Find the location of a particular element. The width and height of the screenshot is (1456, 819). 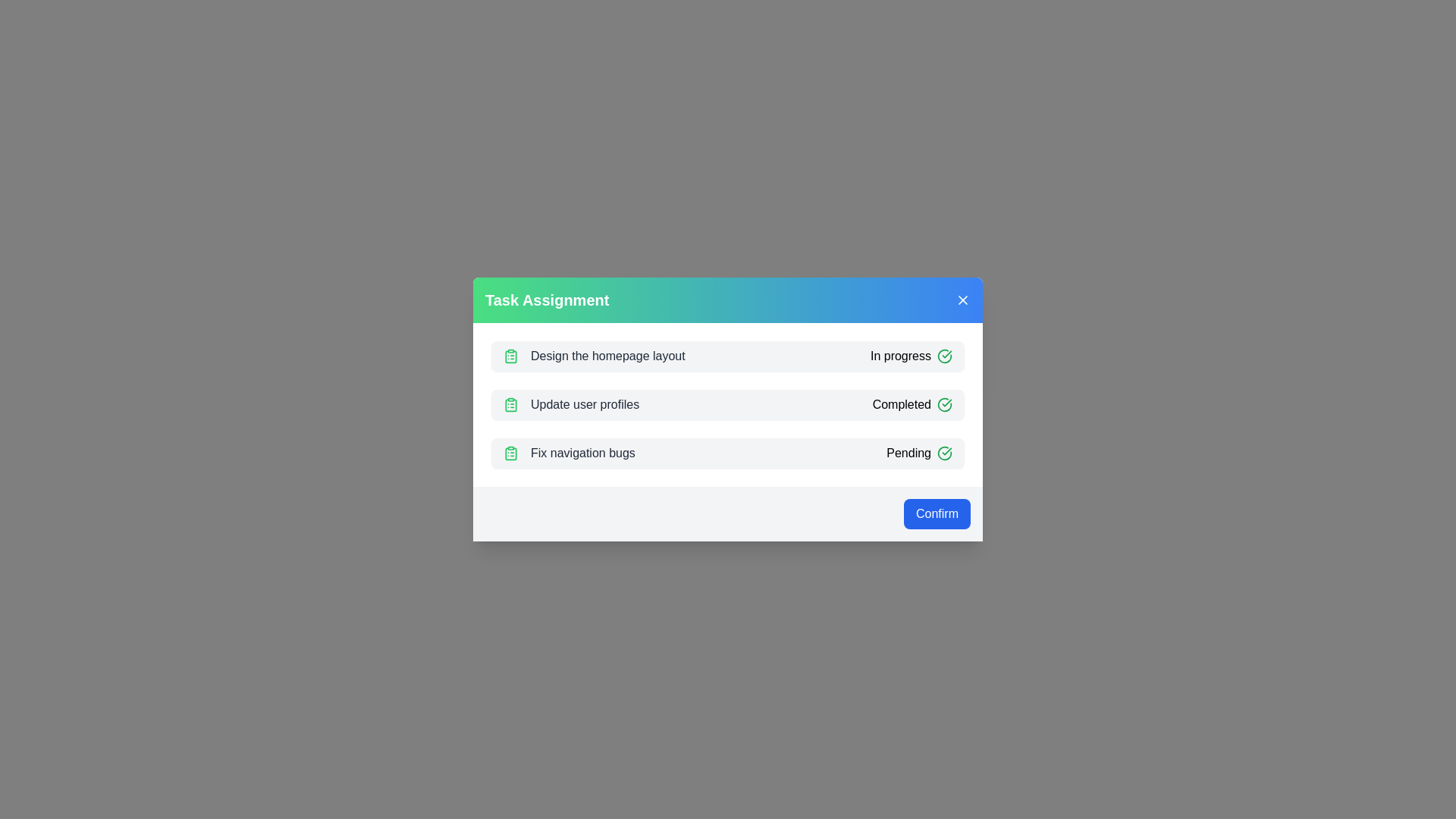

the text label displaying 'Update user profiles' is located at coordinates (570, 403).